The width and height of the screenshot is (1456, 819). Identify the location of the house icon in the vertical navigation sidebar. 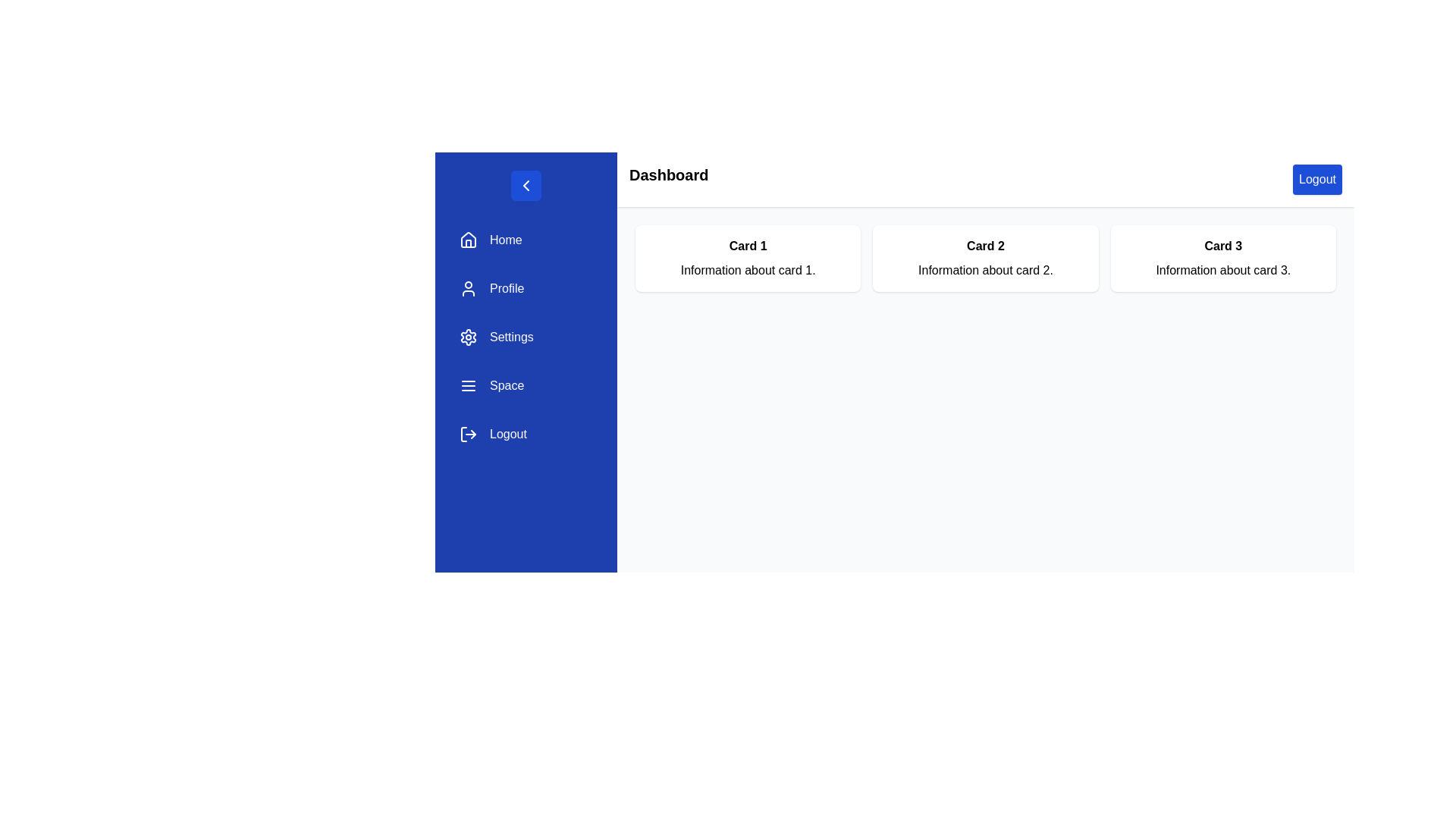
(468, 239).